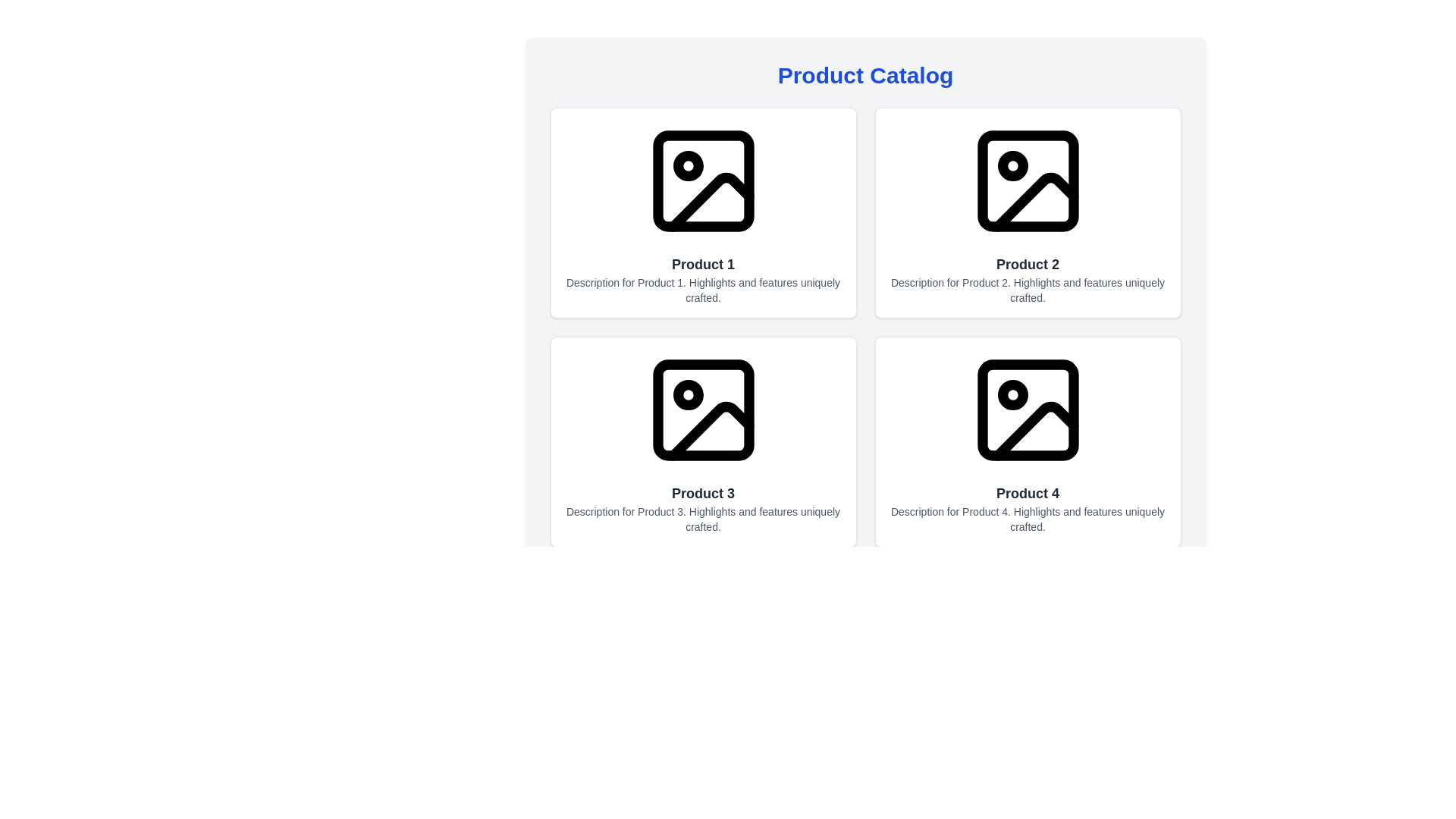 The image size is (1456, 819). What do you see at coordinates (702, 494) in the screenshot?
I see `text of the label that identifies the product within the second row, first column of the product catalog card, located below the image and above the description block` at bounding box center [702, 494].